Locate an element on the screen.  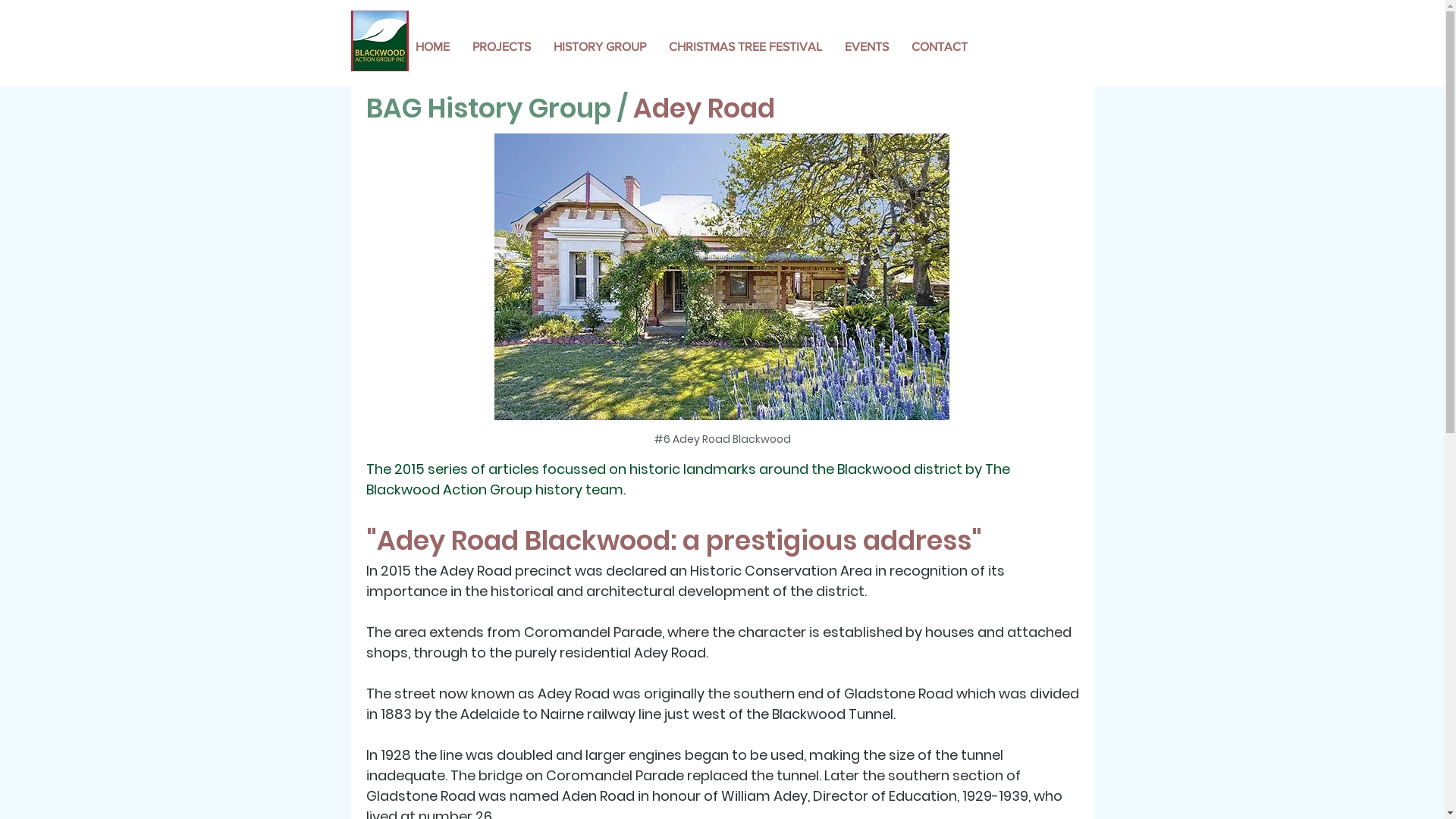
'HOME' is located at coordinates (403, 45).